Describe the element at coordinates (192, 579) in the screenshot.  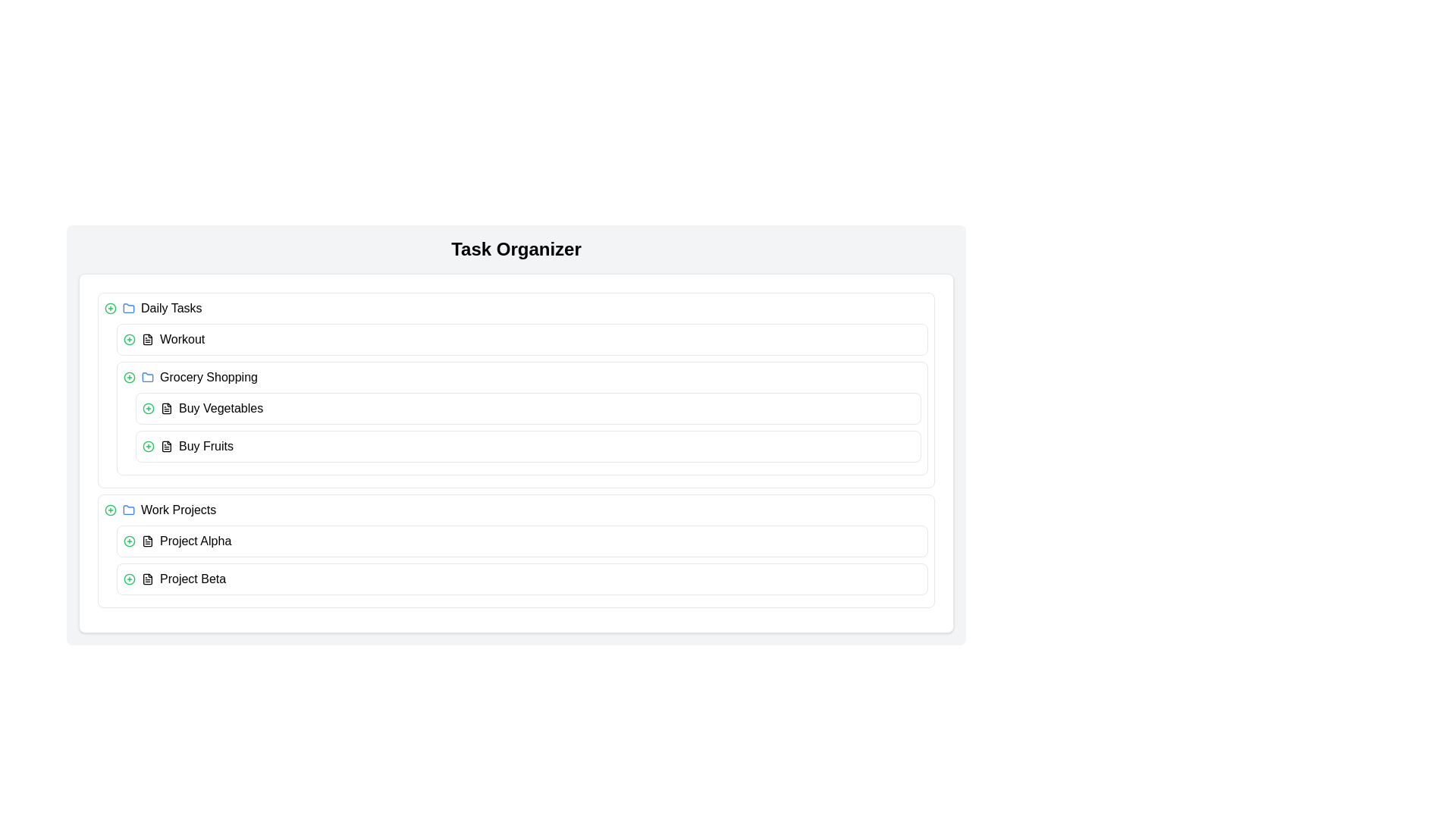
I see `the 'Project Beta' text label in the 'Work Projects' section` at that location.